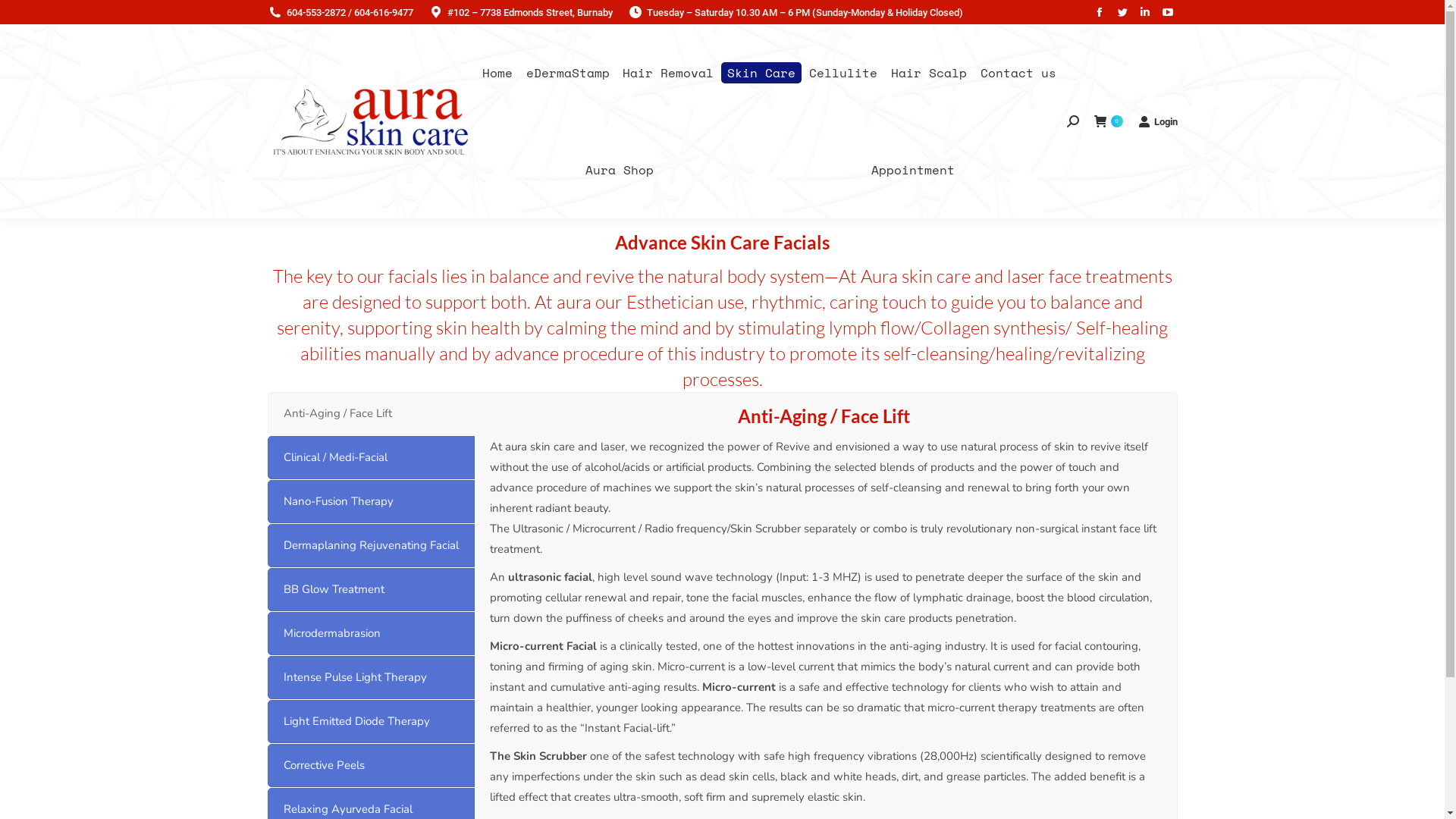 Image resolution: width=1456 pixels, height=819 pixels. I want to click on 'eDermaStamp', so click(566, 73).